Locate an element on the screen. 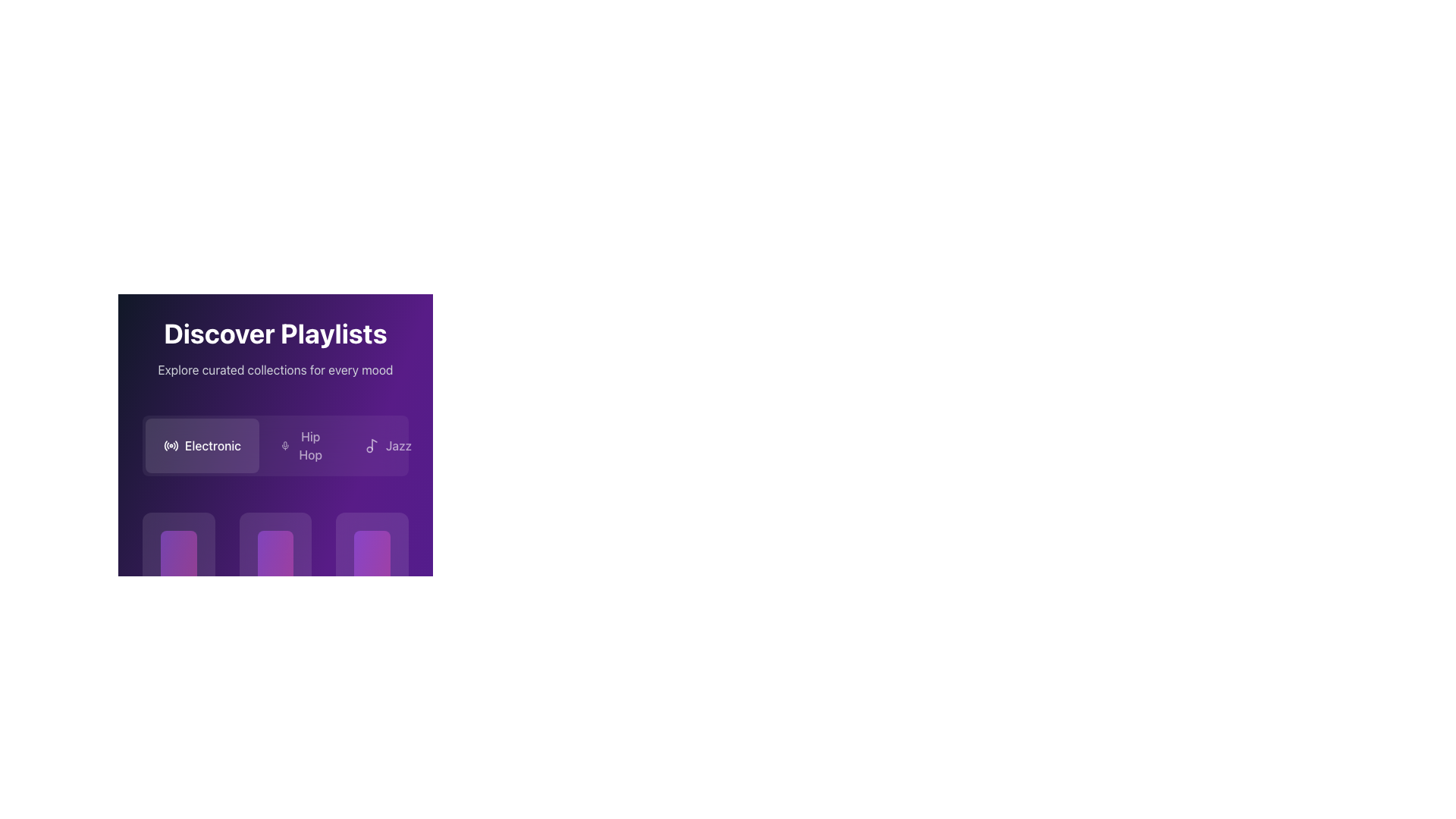  the static text providing additional context about the playlists curated for different moods, located below the heading 'Discover Playlists' is located at coordinates (275, 370).